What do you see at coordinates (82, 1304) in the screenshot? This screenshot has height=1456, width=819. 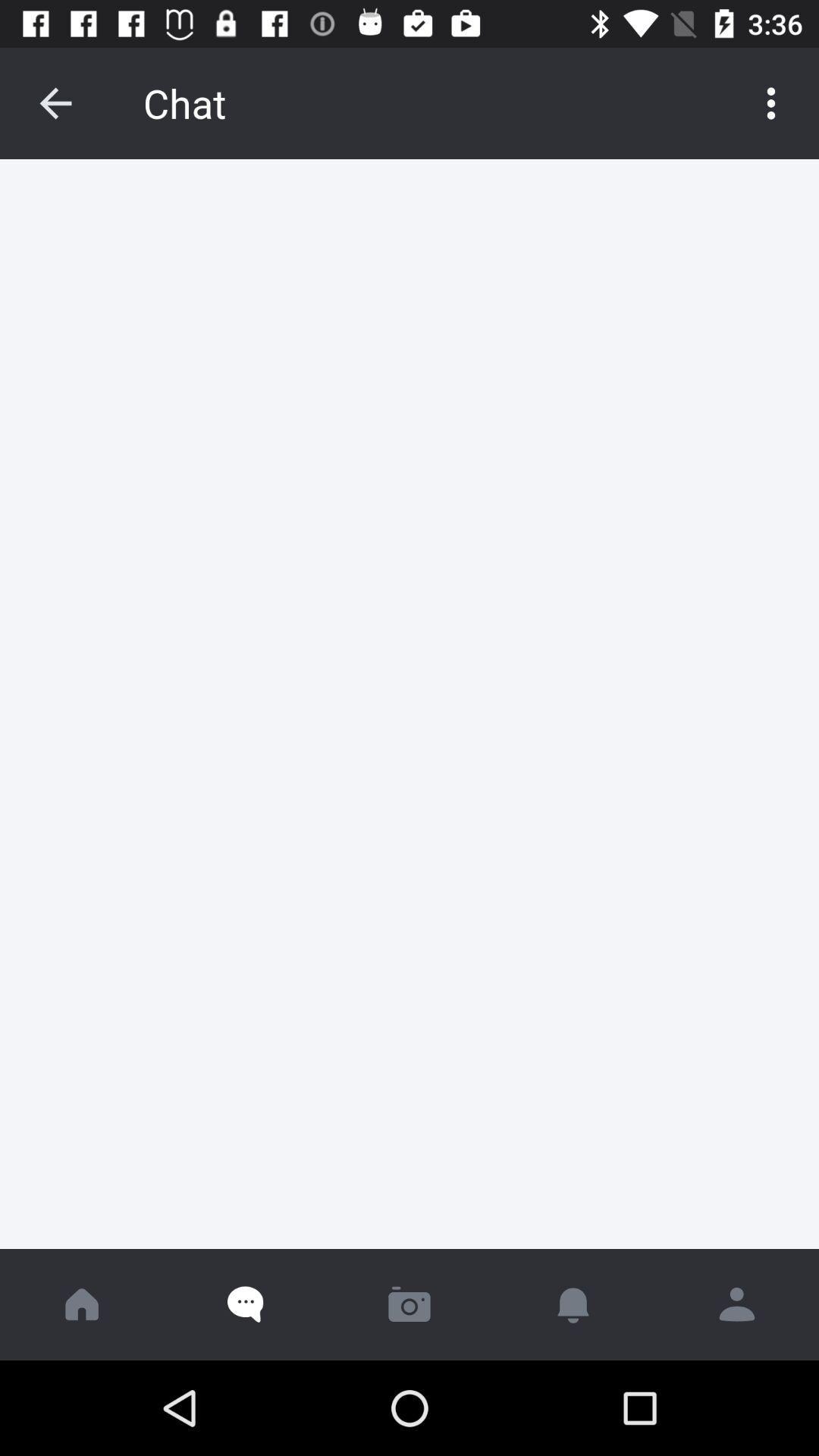 I see `return to home screen` at bounding box center [82, 1304].